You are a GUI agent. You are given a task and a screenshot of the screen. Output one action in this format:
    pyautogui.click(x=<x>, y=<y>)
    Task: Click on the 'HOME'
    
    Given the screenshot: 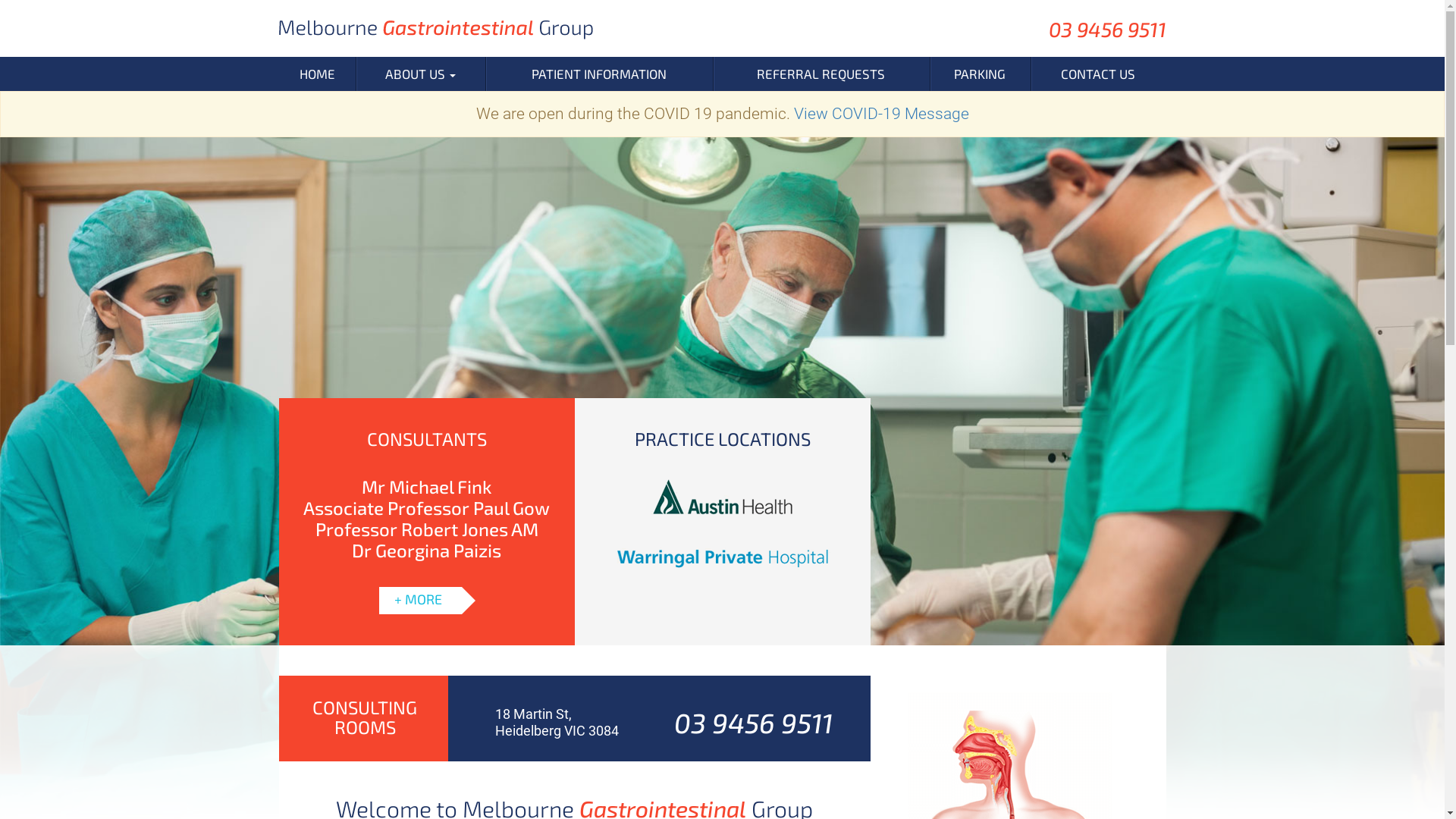 What is the action you would take?
    pyautogui.click(x=316, y=74)
    